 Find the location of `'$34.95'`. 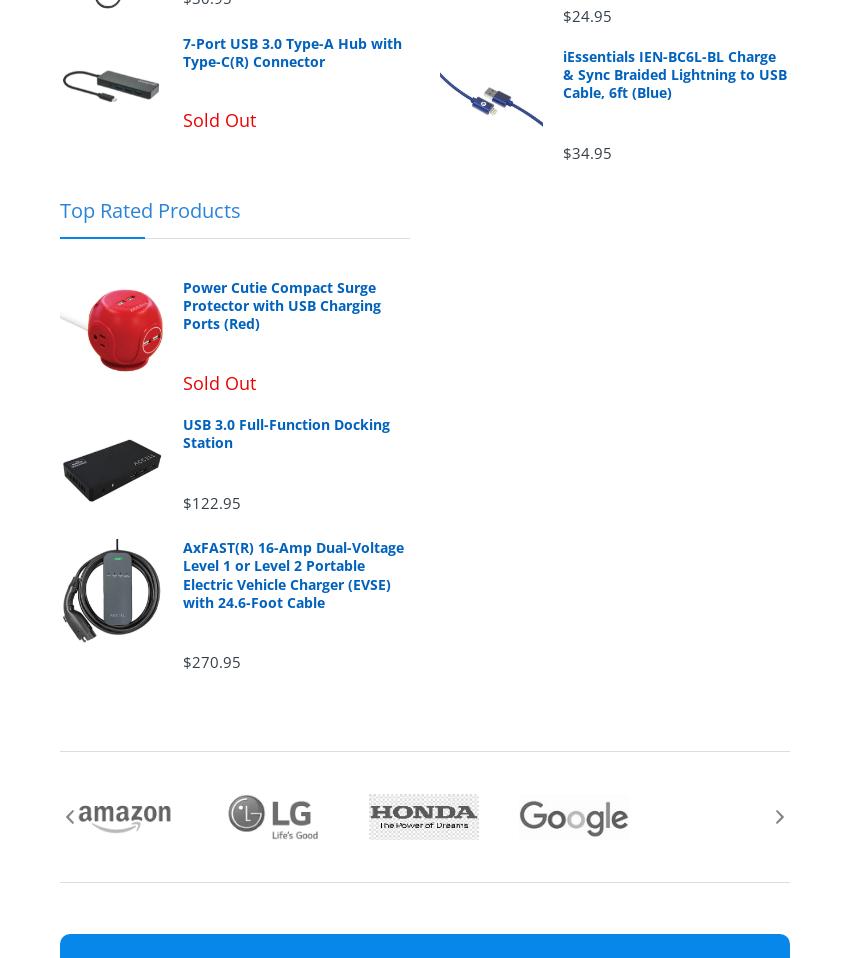

'$34.95' is located at coordinates (587, 152).